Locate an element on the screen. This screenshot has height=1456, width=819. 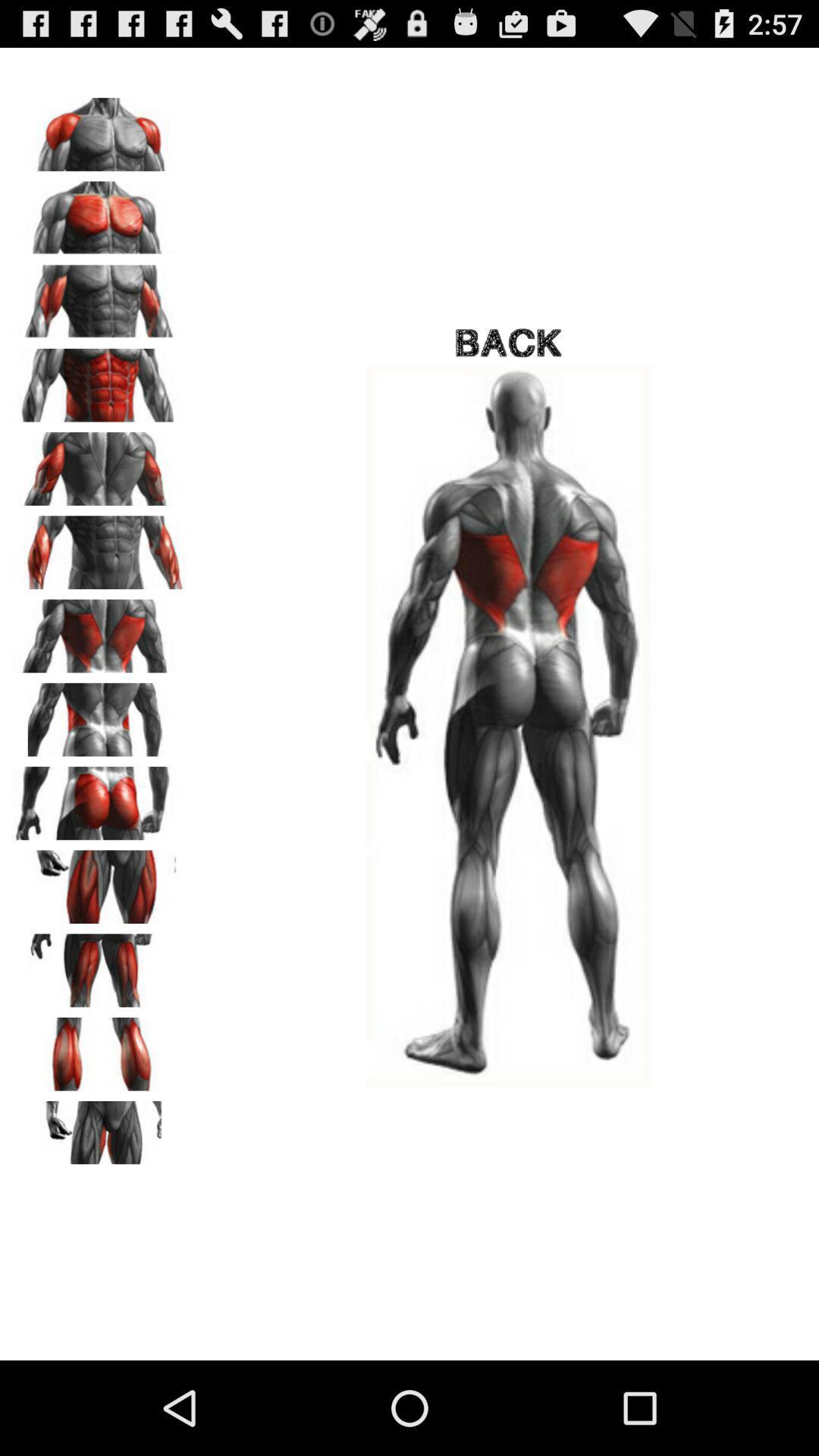
body part selection is located at coordinates (99, 129).